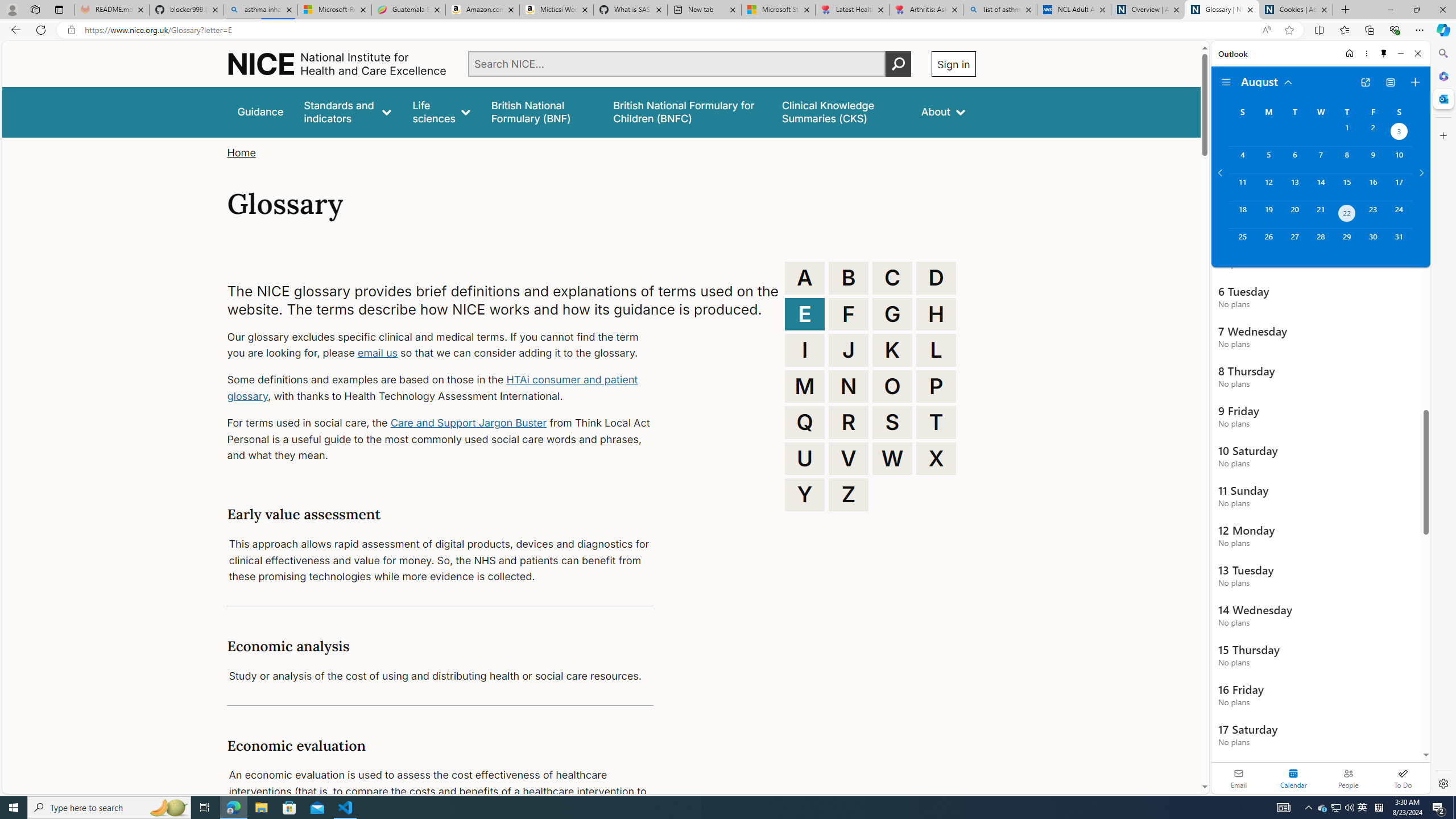 The image size is (1456, 819). What do you see at coordinates (440, 111) in the screenshot?
I see `'Life sciences'` at bounding box center [440, 111].